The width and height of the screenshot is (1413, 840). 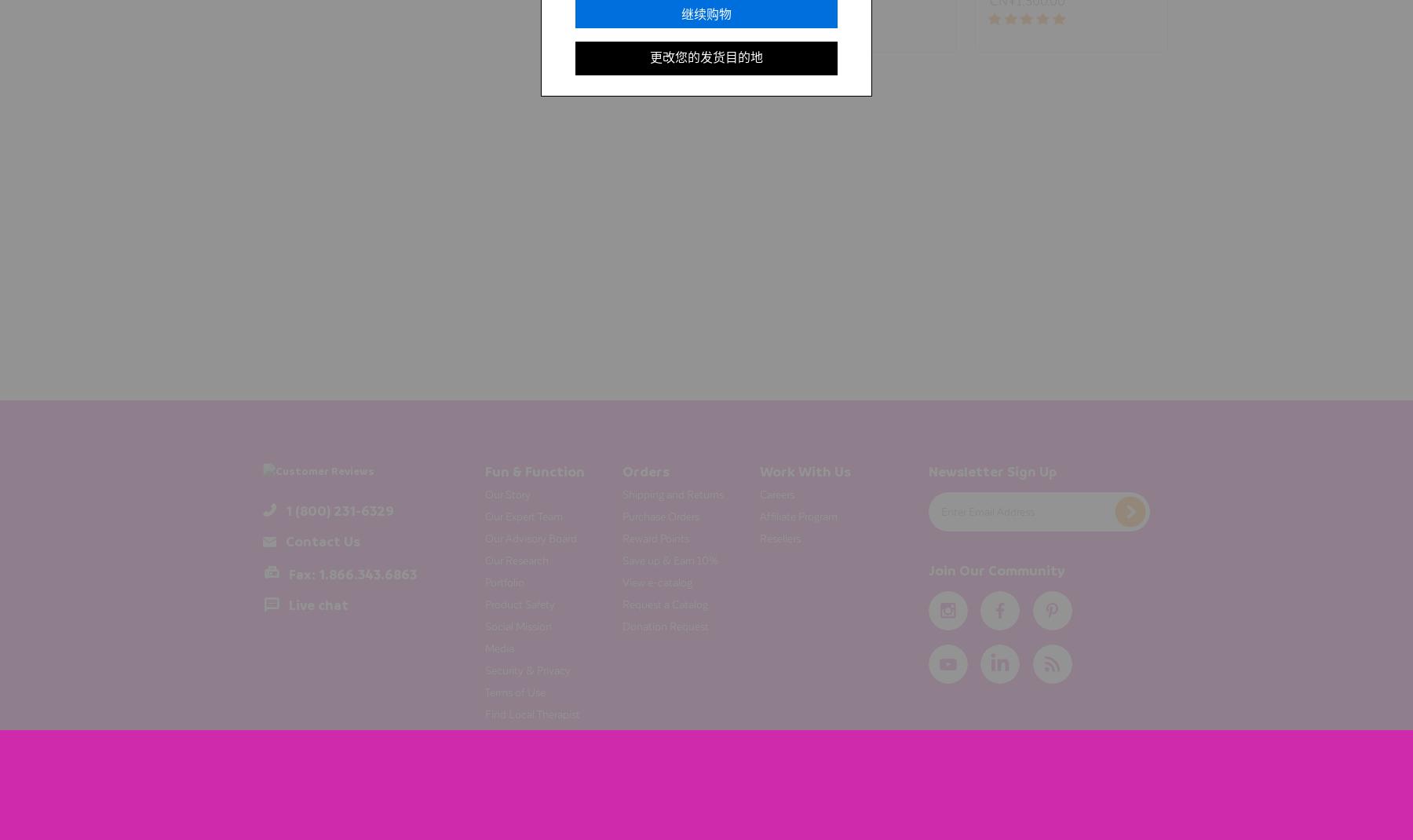 I want to click on 'Work With Us', so click(x=804, y=469).